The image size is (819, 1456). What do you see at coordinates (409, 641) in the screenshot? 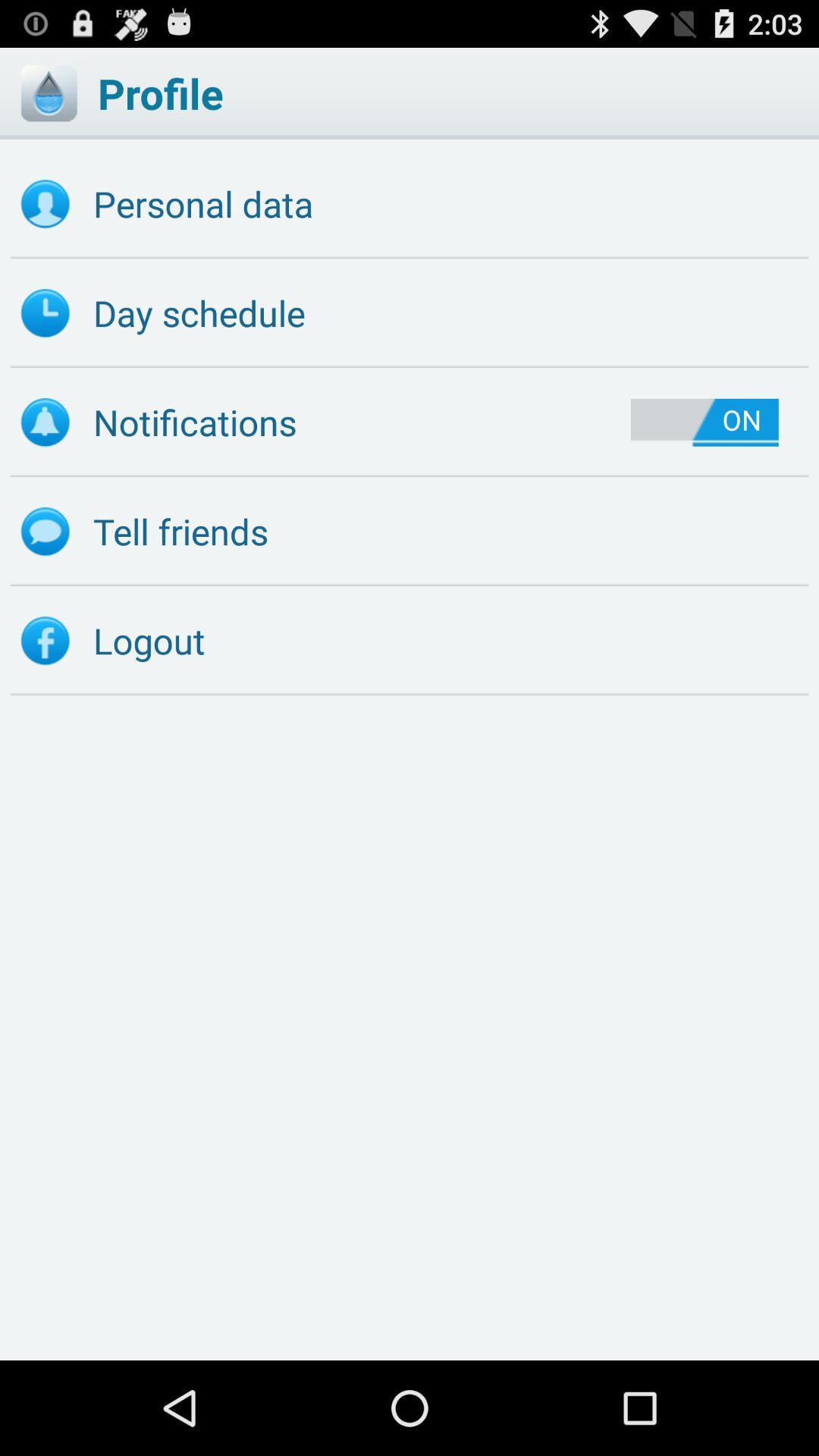
I see `the logout item` at bounding box center [409, 641].